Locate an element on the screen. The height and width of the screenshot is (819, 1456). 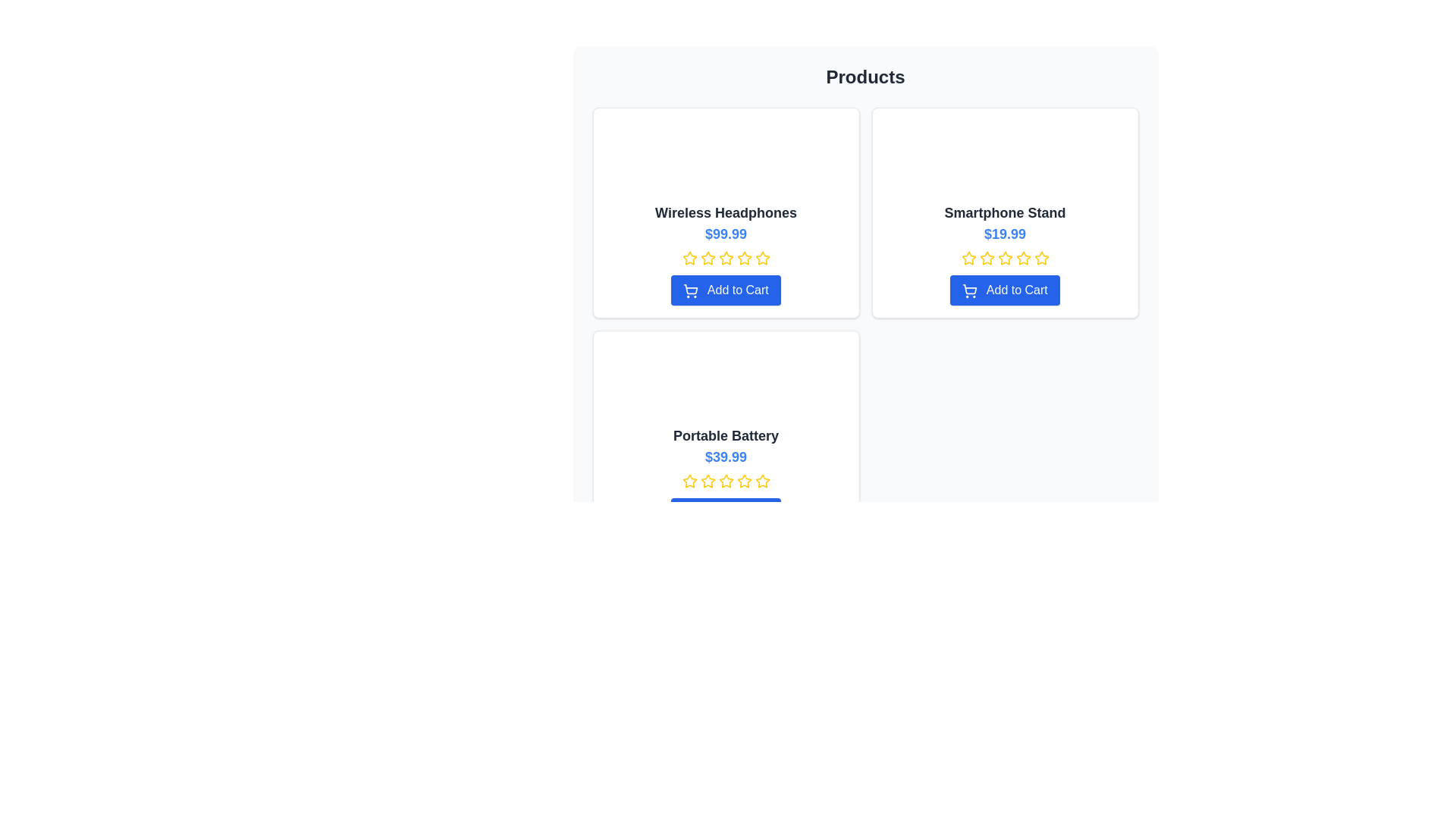
the fifth yellow outlined star icon in the rating section under the Smartphone Stand product card located in the top-right of the product grid is located at coordinates (1023, 257).